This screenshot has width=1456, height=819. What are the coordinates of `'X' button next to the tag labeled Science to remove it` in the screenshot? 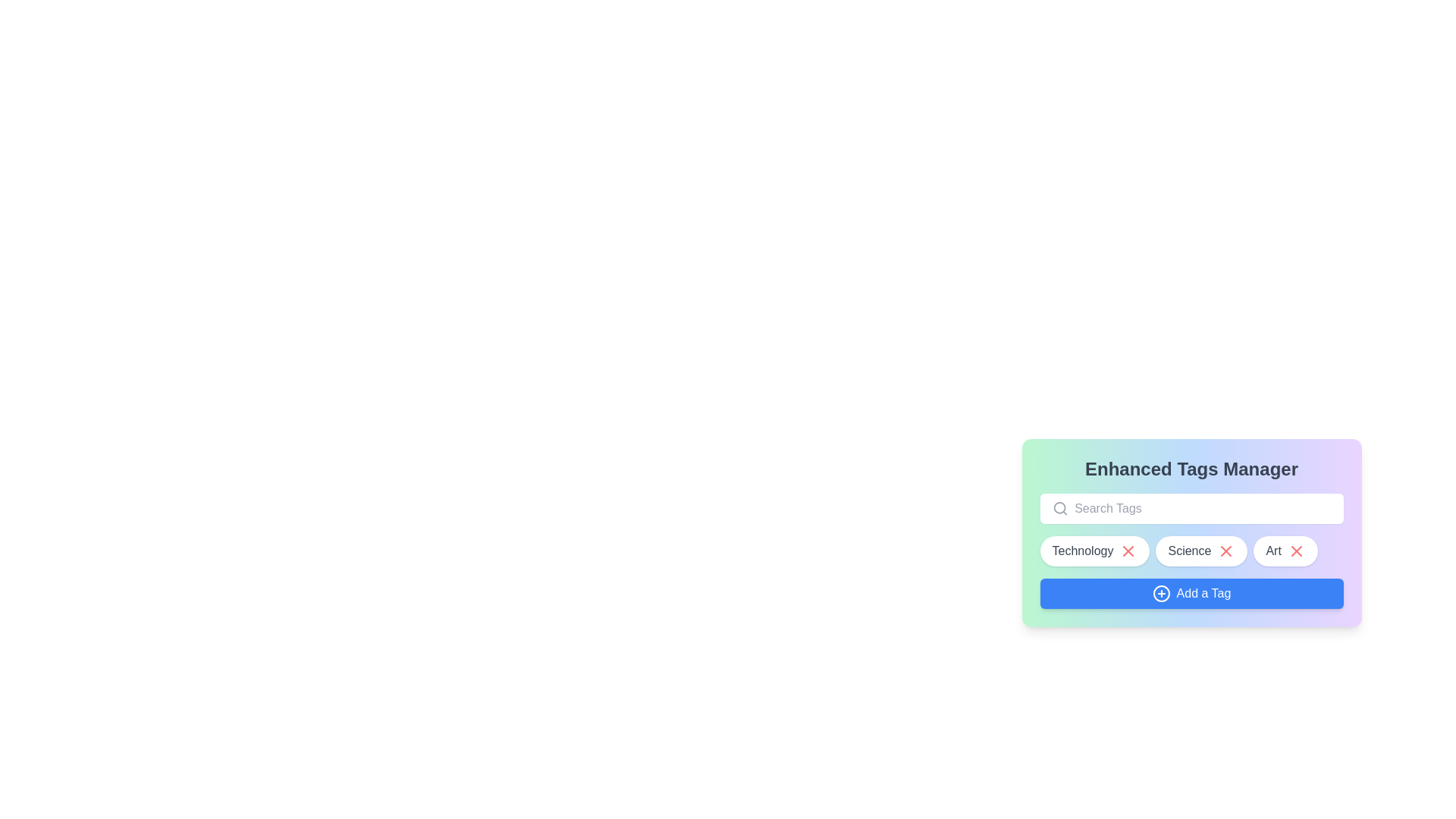 It's located at (1226, 551).